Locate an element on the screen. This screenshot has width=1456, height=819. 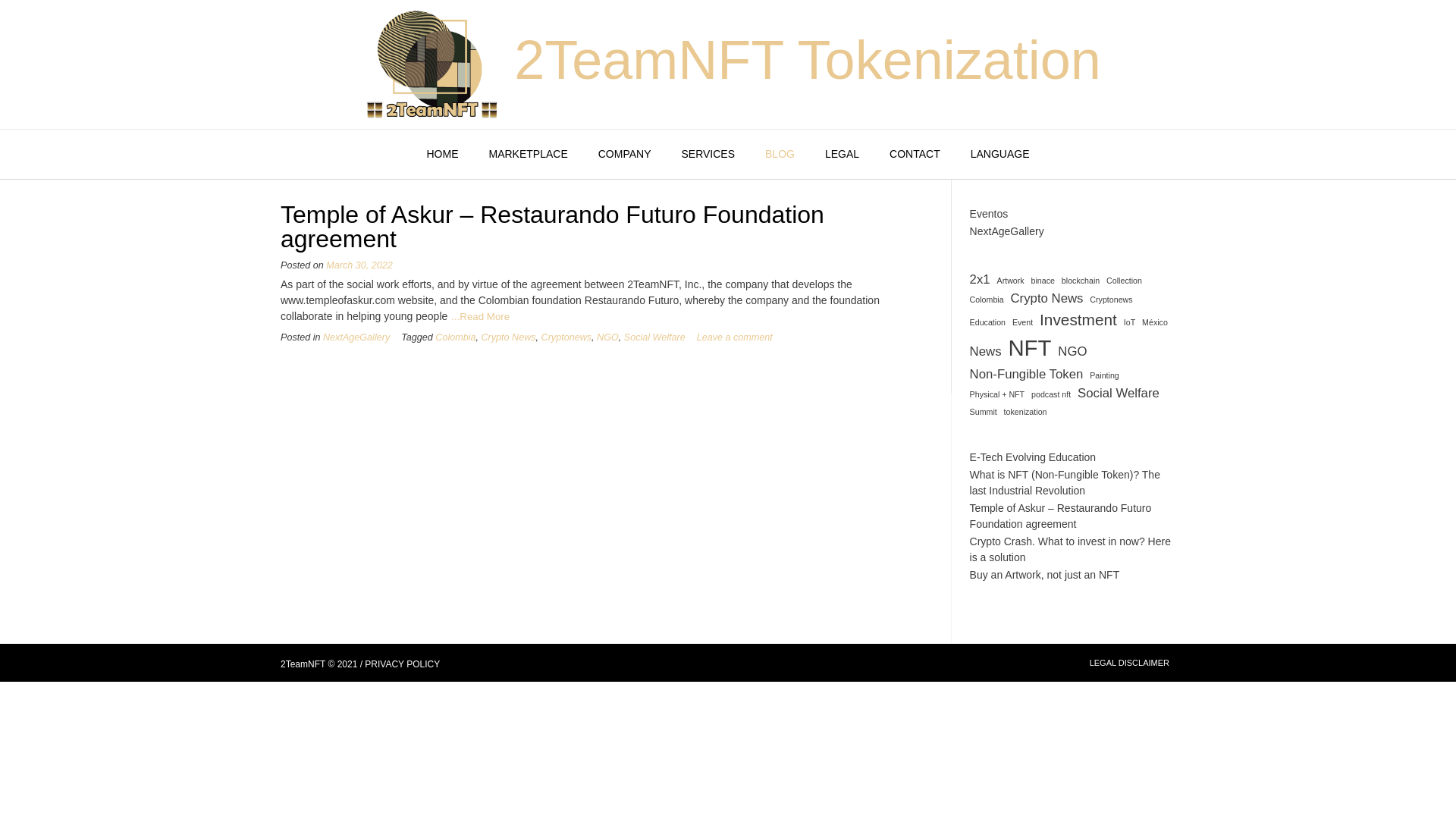
'Investment' is located at coordinates (1077, 318).